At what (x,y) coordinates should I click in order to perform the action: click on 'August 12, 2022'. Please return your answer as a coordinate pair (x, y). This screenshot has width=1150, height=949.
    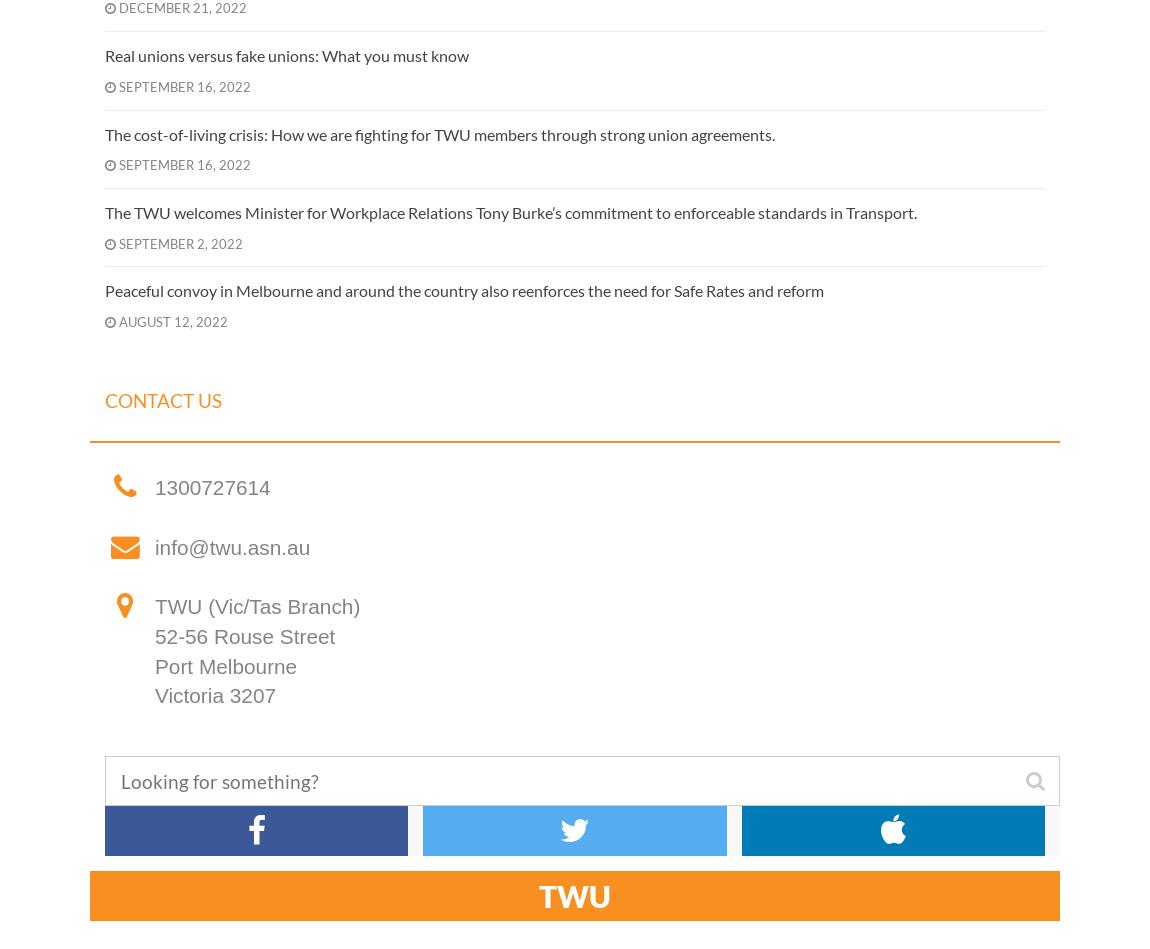
    Looking at the image, I should click on (171, 321).